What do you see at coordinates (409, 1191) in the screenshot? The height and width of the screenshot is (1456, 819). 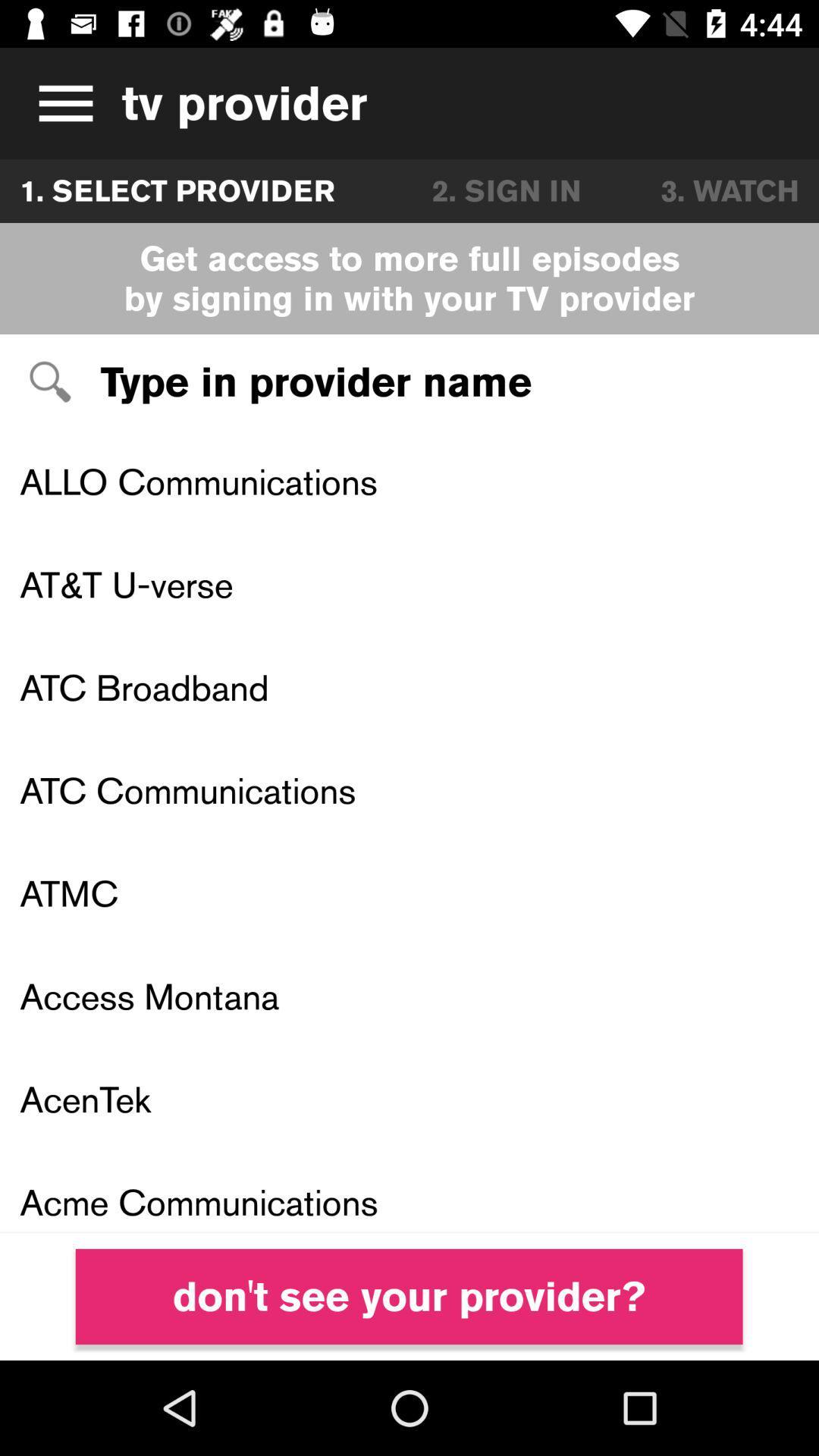 I see `the item below the acentek` at bounding box center [409, 1191].